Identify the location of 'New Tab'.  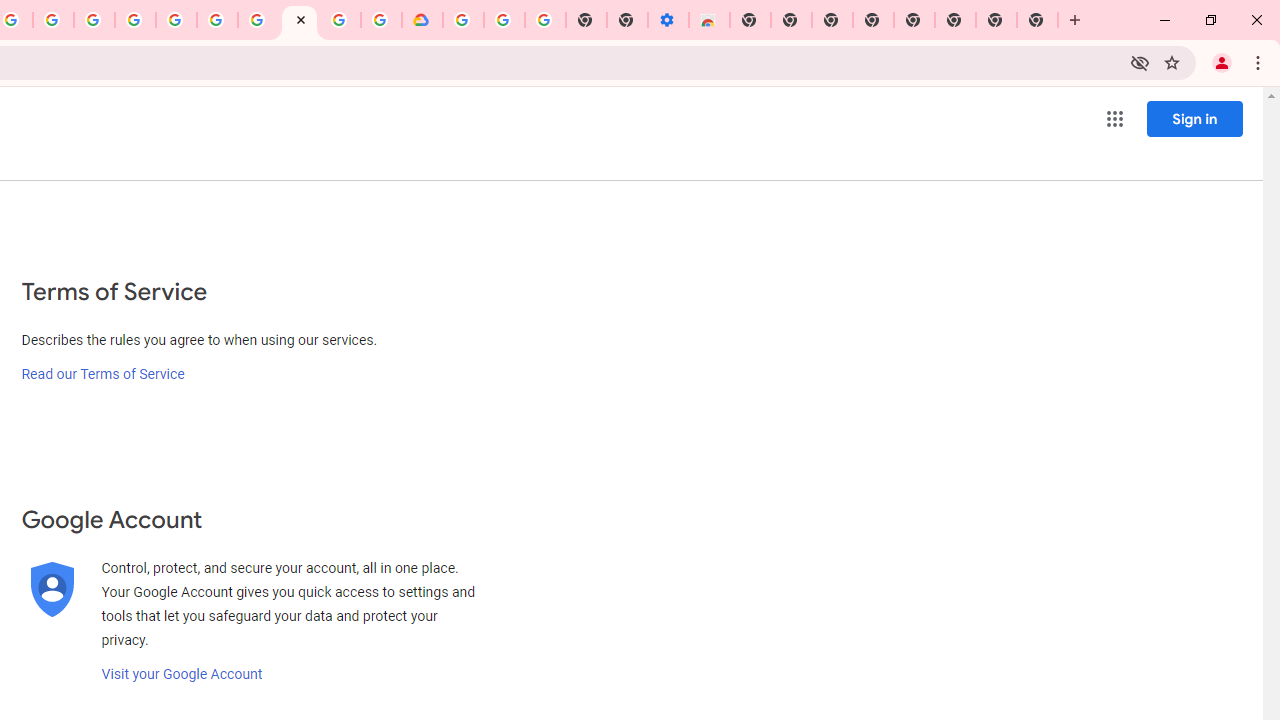
(1038, 20).